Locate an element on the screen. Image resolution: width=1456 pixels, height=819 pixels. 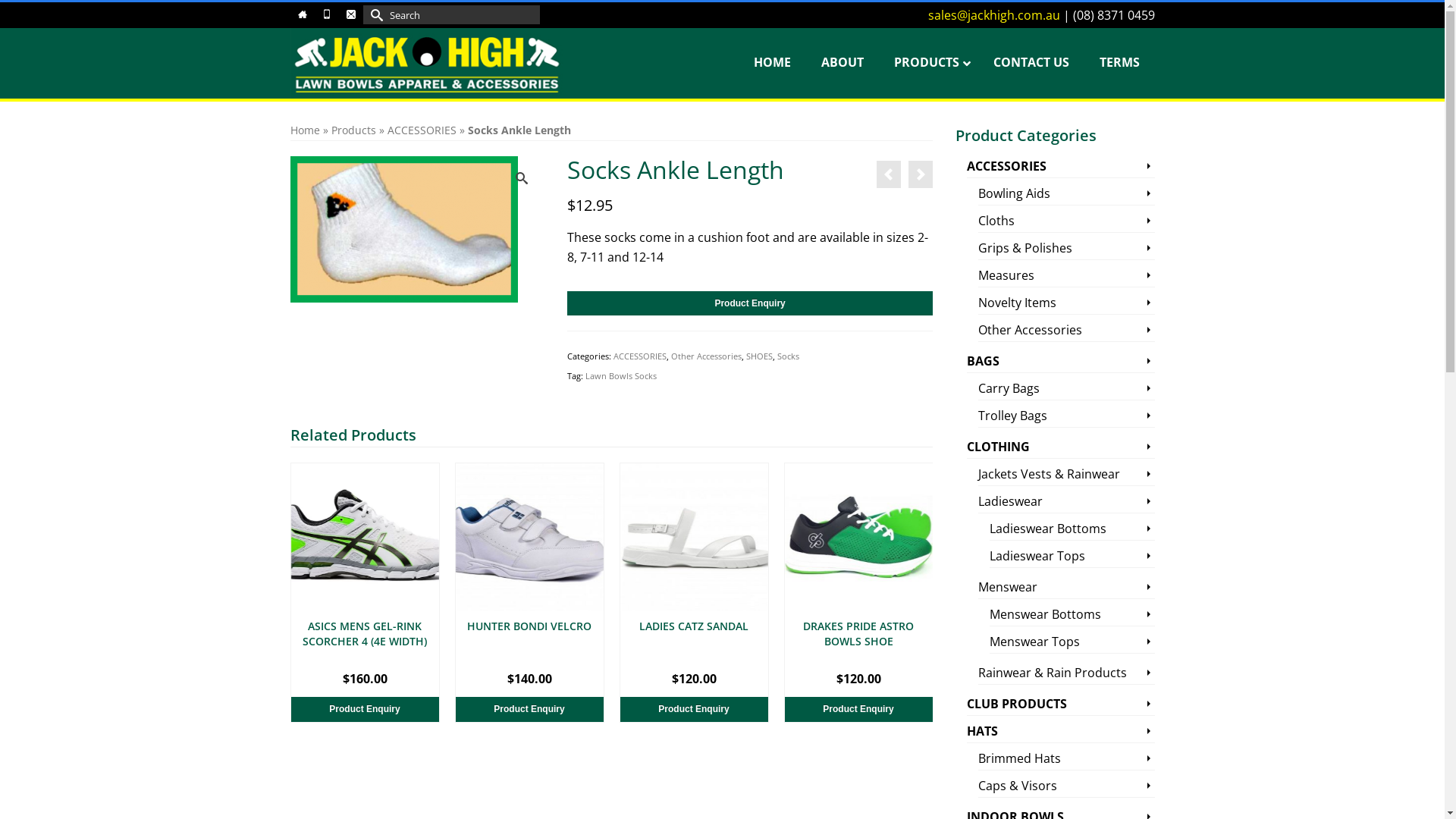
'Ladieswear Tops' is located at coordinates (1072, 556).